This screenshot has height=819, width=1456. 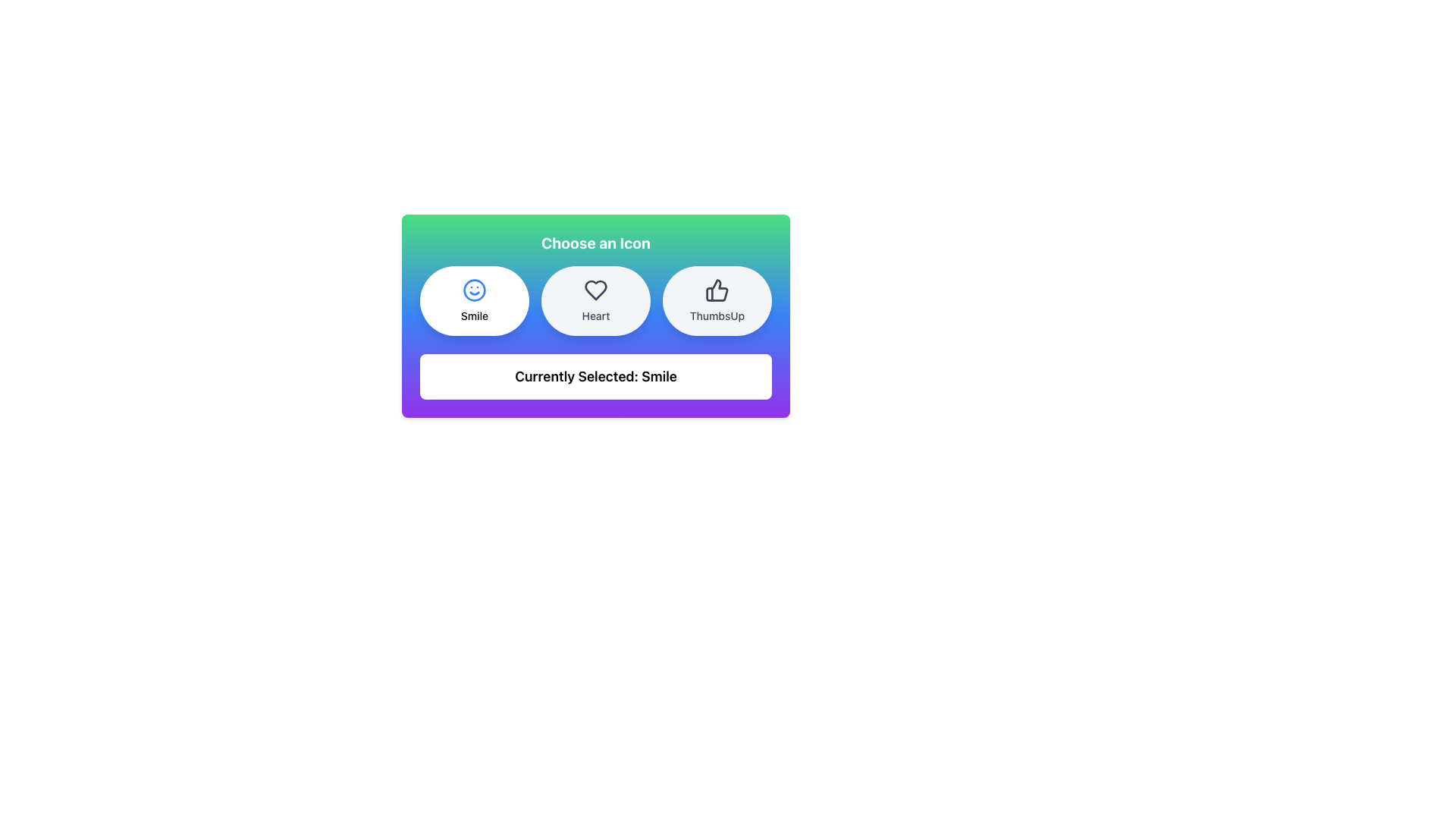 What do you see at coordinates (595, 301) in the screenshot?
I see `the middle button labeled 'Heart' with a heart-shaped icon` at bounding box center [595, 301].